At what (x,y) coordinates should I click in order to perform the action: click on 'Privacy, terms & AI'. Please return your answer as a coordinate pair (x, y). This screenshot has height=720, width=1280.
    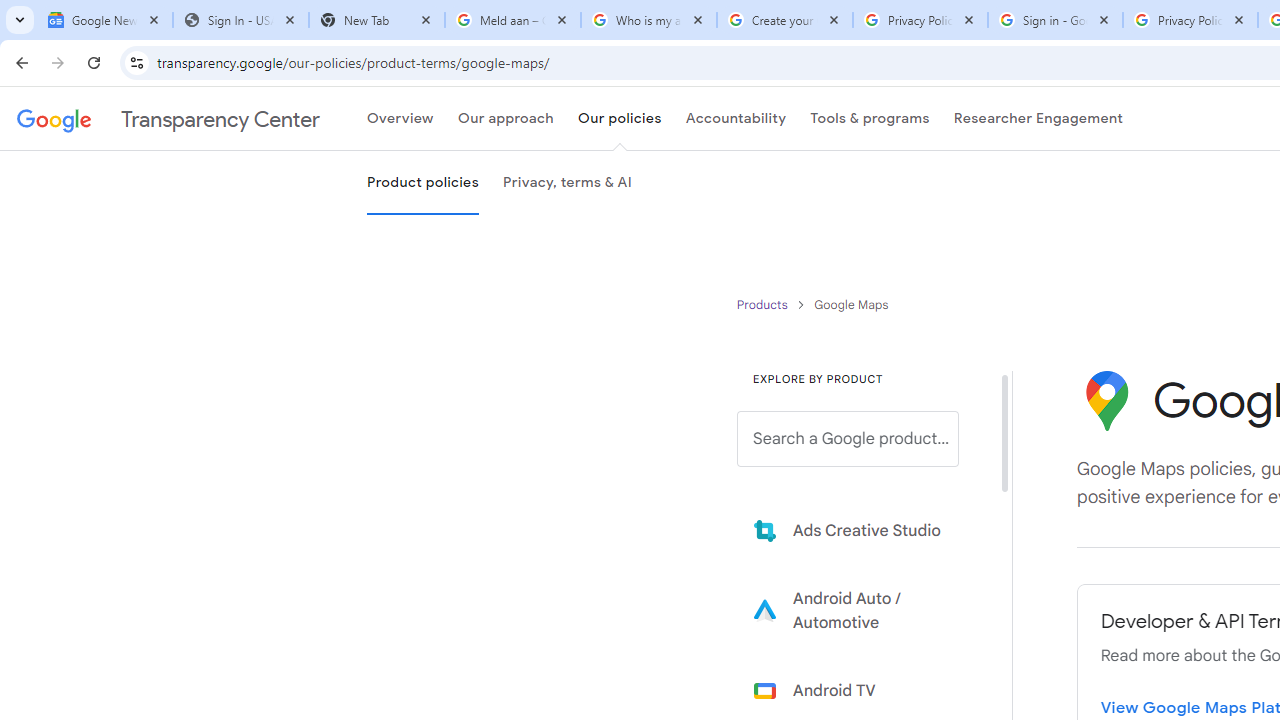
    Looking at the image, I should click on (566, 183).